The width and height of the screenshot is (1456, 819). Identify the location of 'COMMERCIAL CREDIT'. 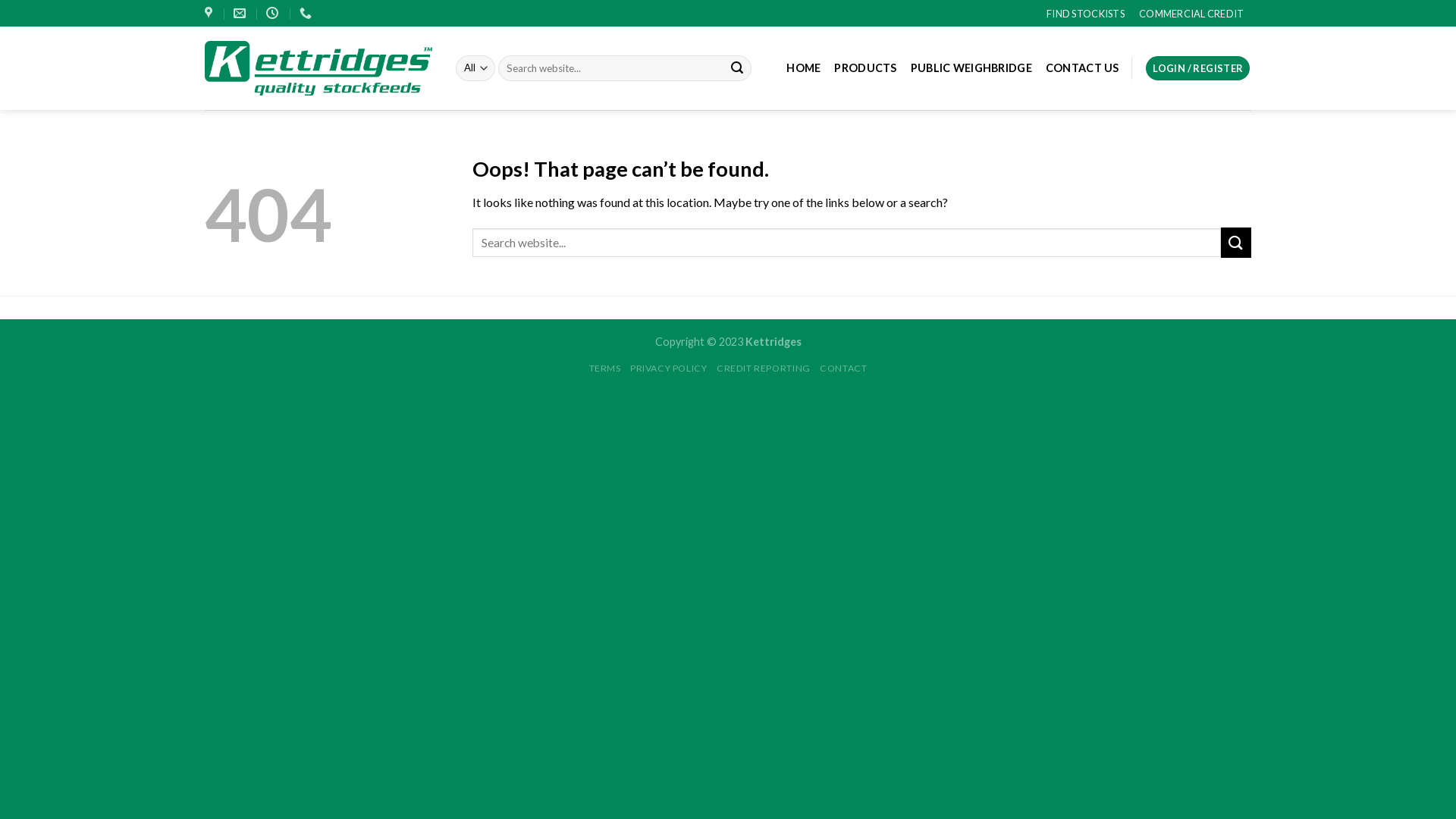
(1190, 12).